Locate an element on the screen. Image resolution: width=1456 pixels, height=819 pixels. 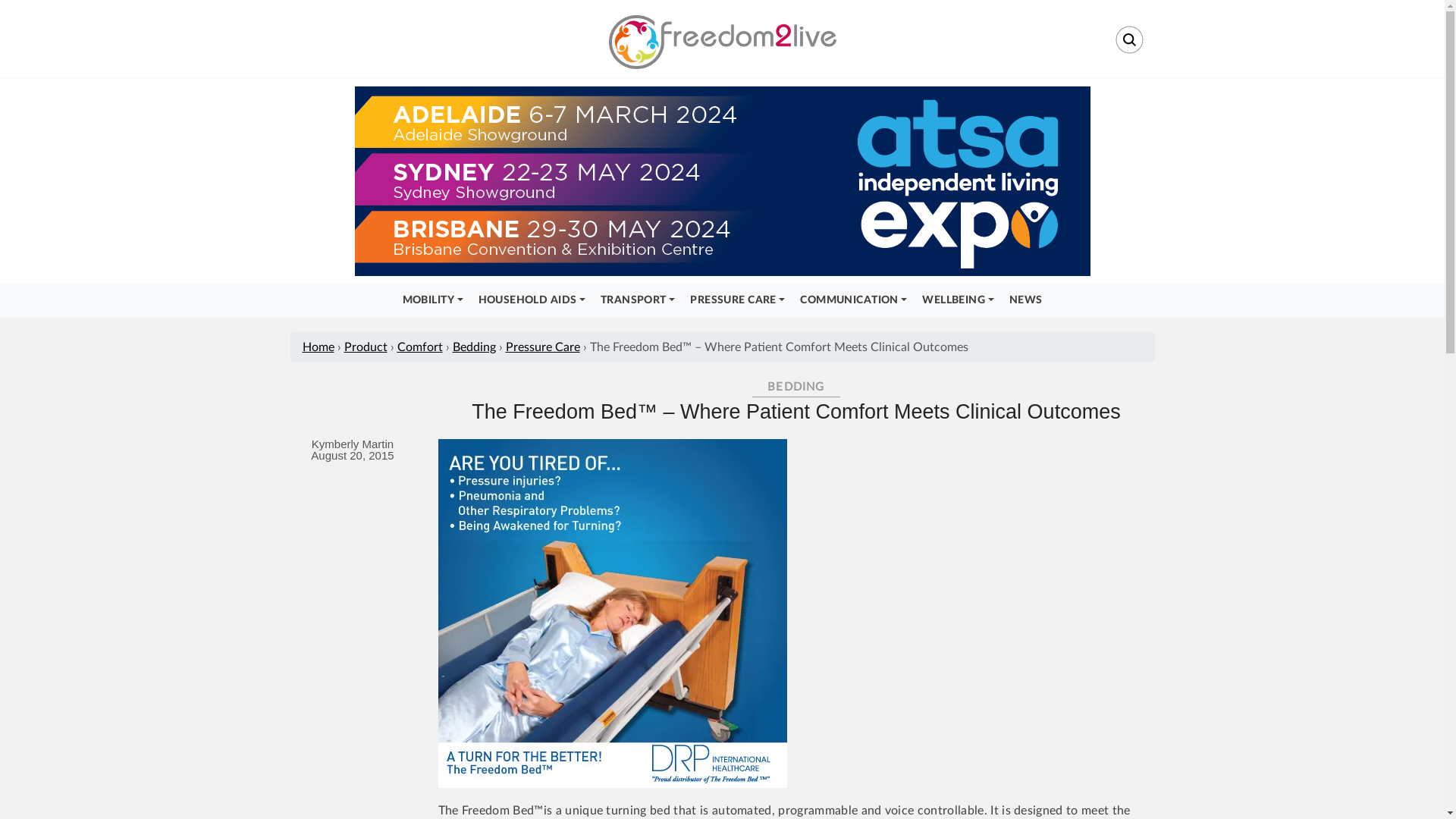
'WELLBEING' is located at coordinates (956, 300).